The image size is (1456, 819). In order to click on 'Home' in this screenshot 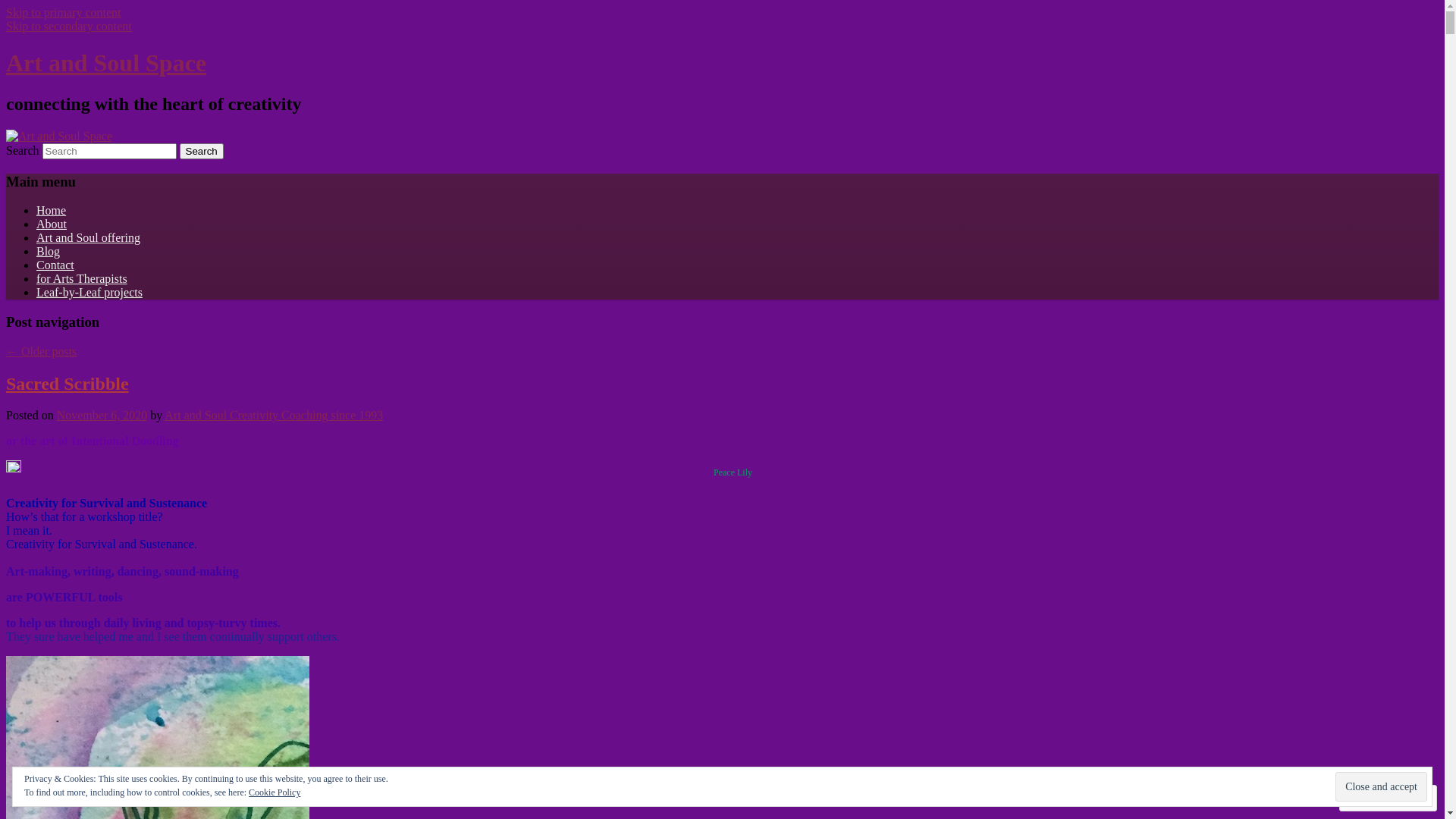, I will do `click(51, 210)`.